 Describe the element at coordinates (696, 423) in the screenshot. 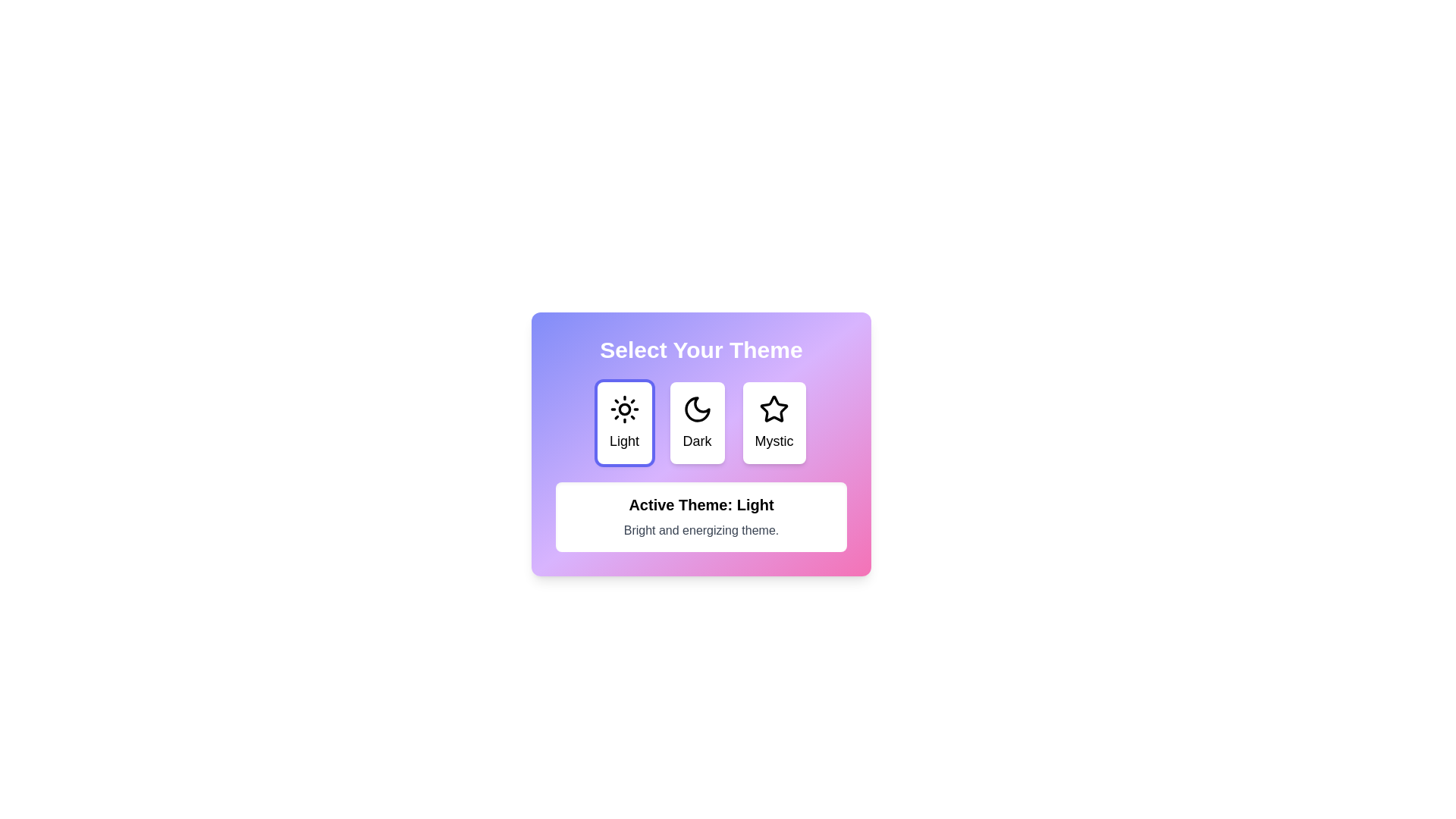

I see `the button corresponding to the theme Dark` at that location.